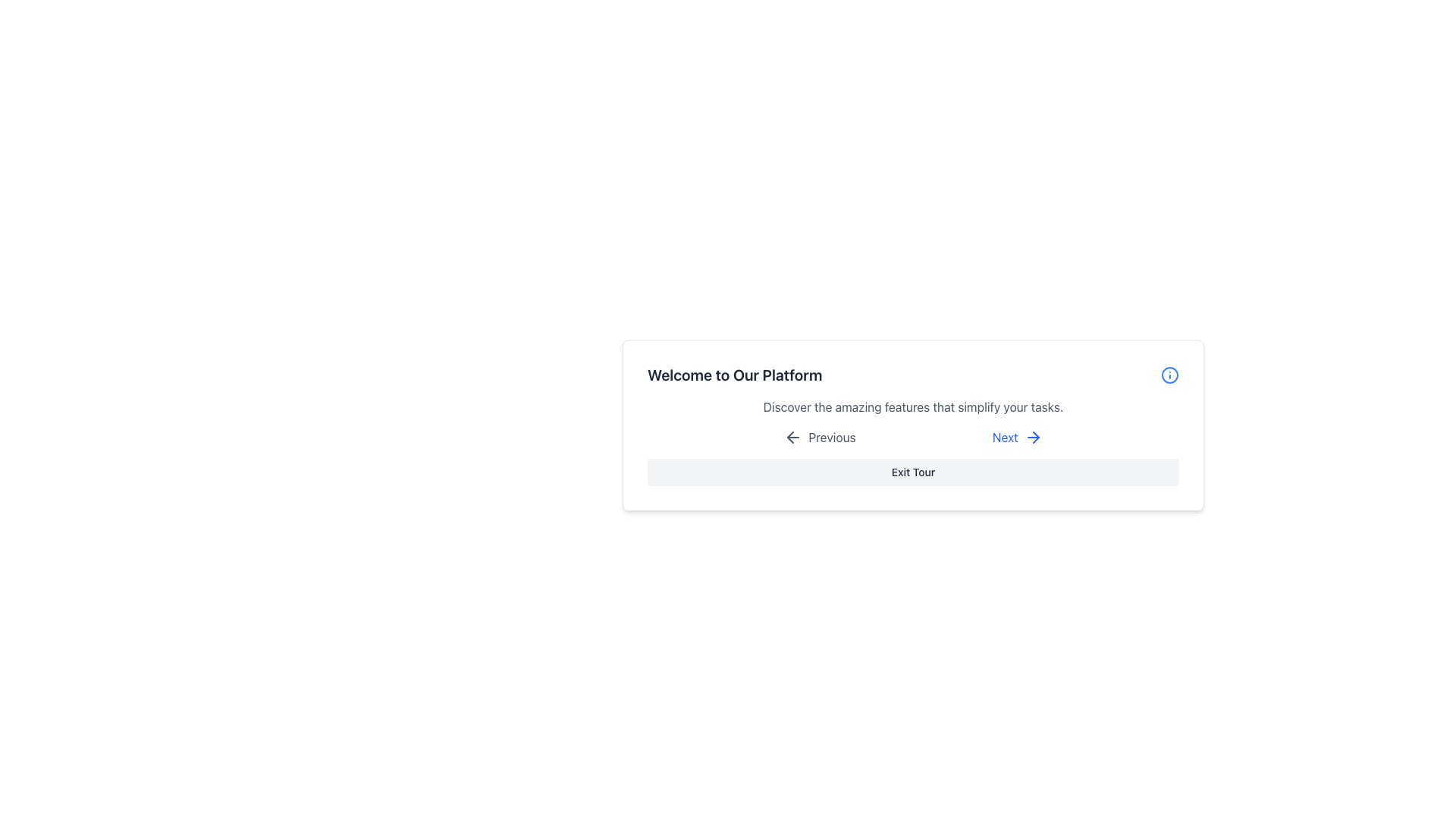 The height and width of the screenshot is (819, 1456). What do you see at coordinates (1032, 438) in the screenshot?
I see `the right-pointing blue arrow icon that is part of the 'Next' button group, positioned to the right of the 'Next' text` at bounding box center [1032, 438].